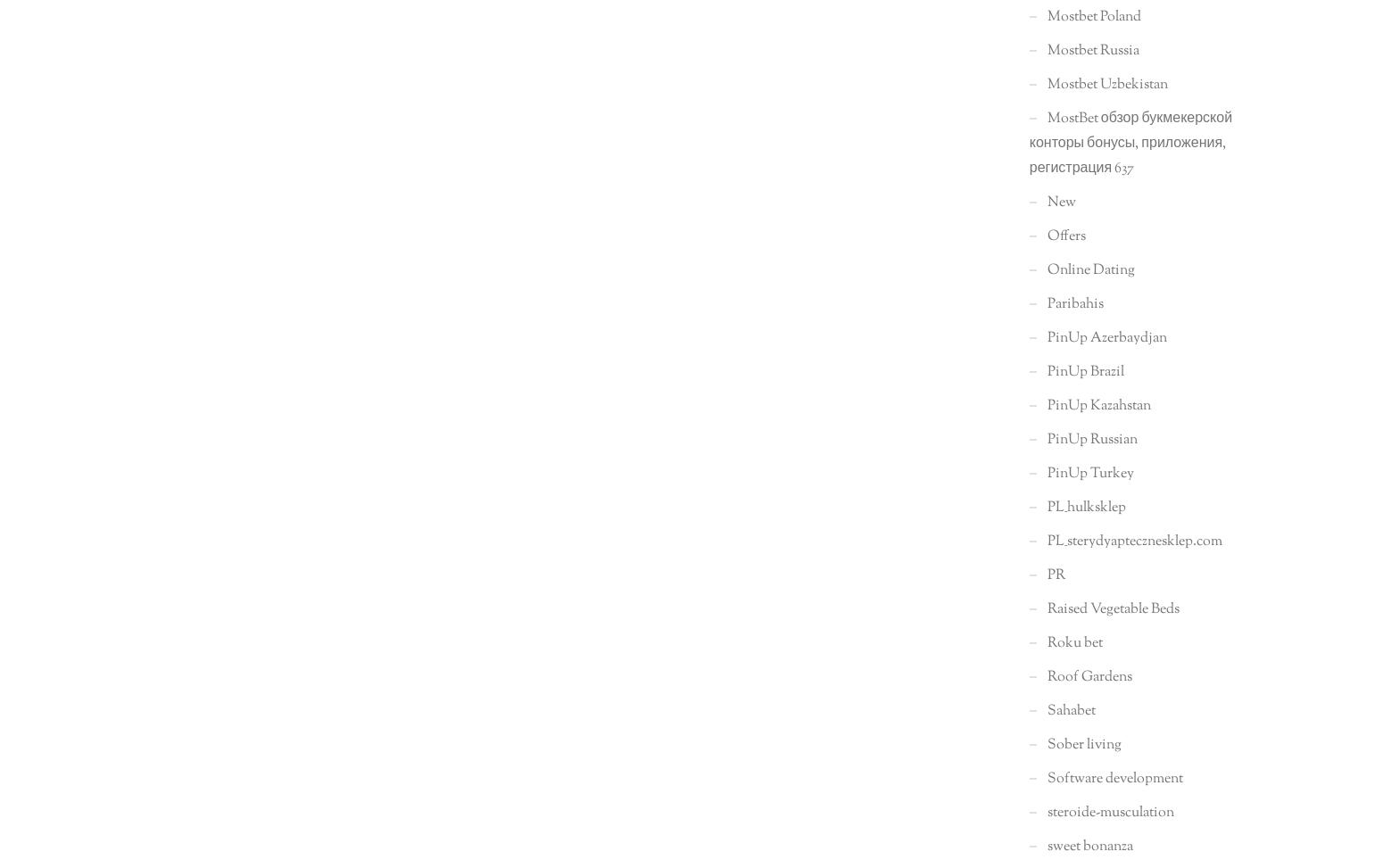 This screenshot has width=1383, height=868. Describe the element at coordinates (1047, 642) in the screenshot. I see `'Roku bet'` at that location.